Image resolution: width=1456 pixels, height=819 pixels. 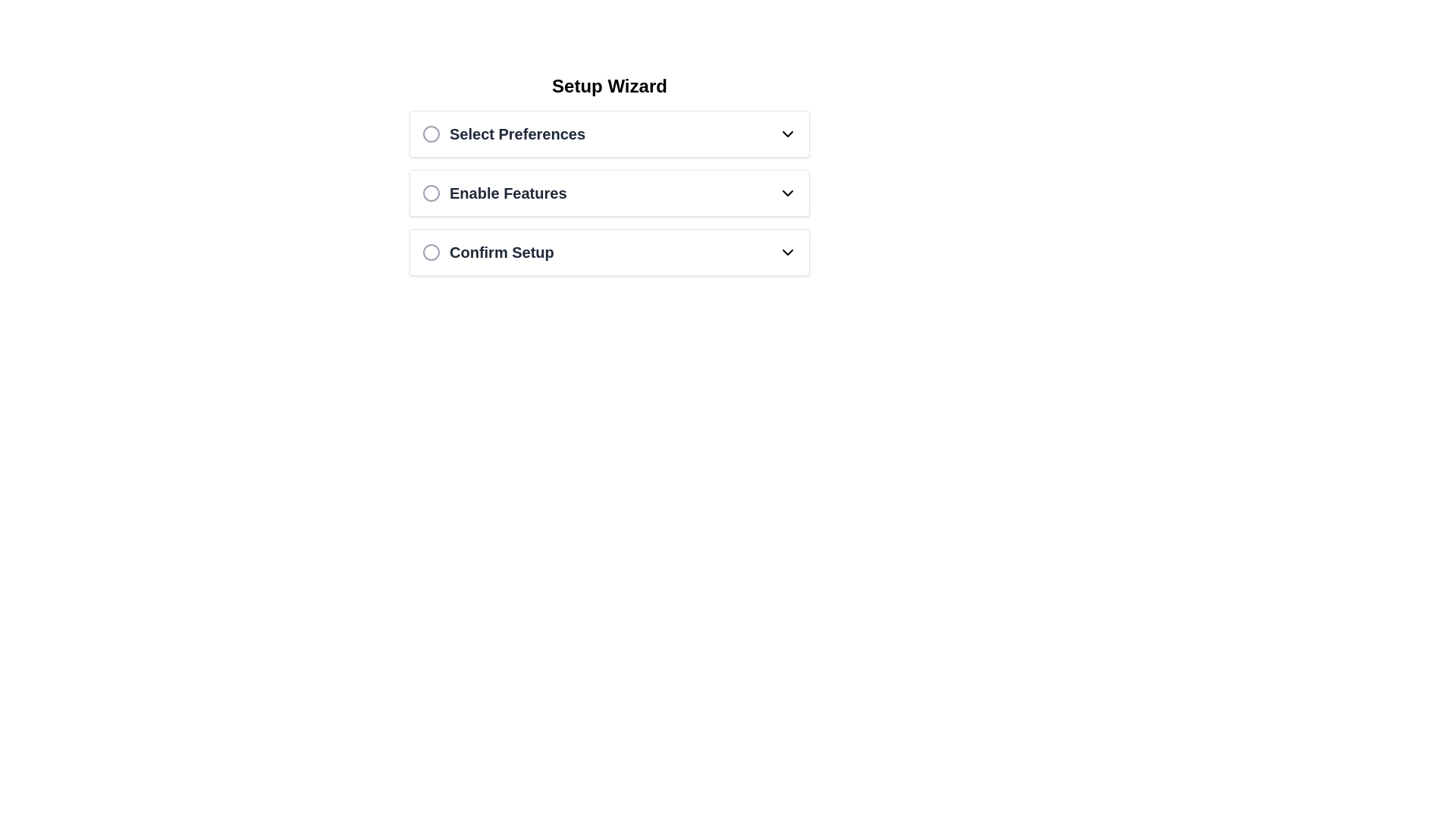 I want to click on the 'Confirm Setup' dropdown trigger, which is the third item in a vertically stacked list of options, so click(x=610, y=251).